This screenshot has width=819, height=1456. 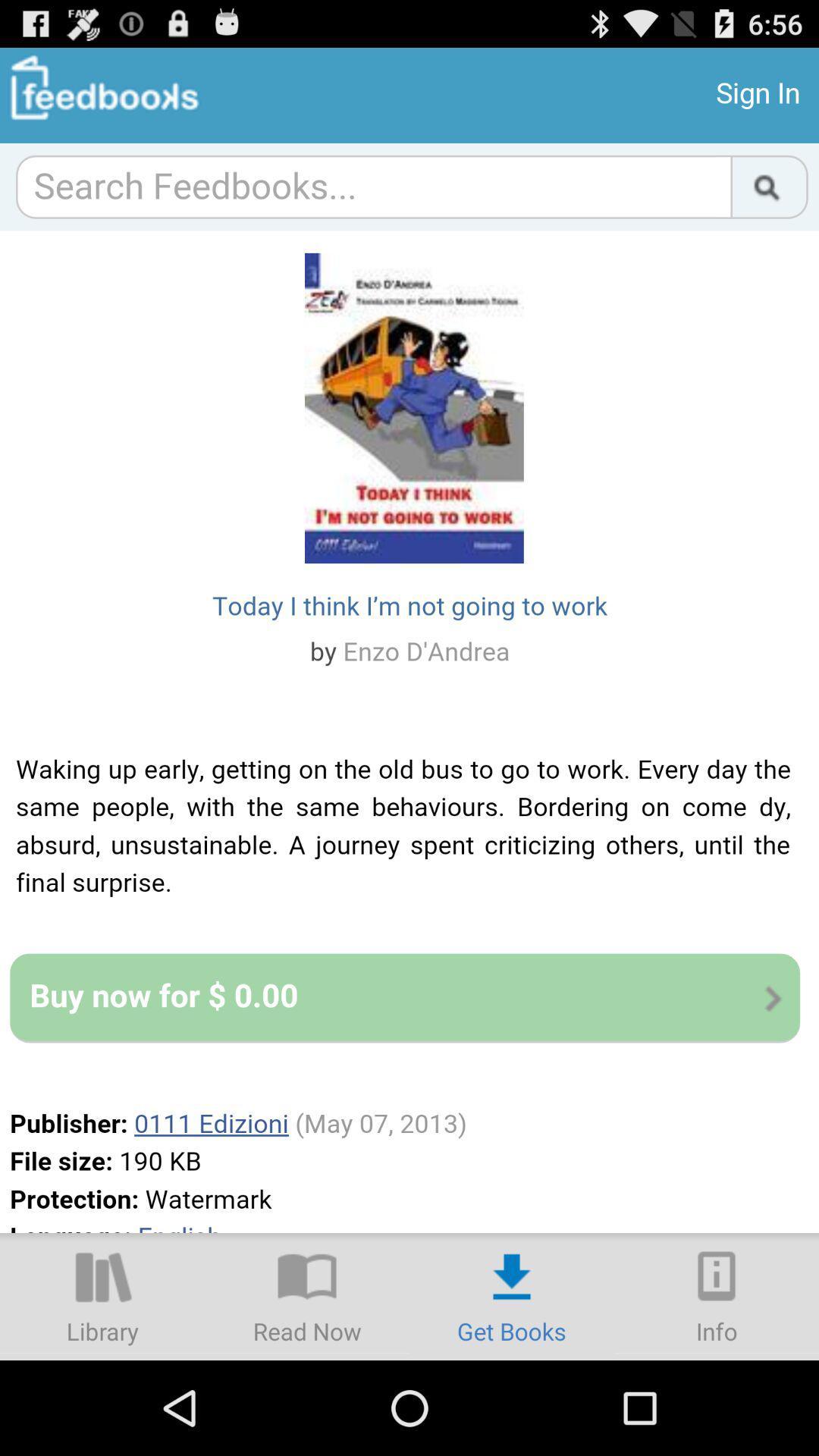 What do you see at coordinates (307, 1295) in the screenshot?
I see `read now` at bounding box center [307, 1295].